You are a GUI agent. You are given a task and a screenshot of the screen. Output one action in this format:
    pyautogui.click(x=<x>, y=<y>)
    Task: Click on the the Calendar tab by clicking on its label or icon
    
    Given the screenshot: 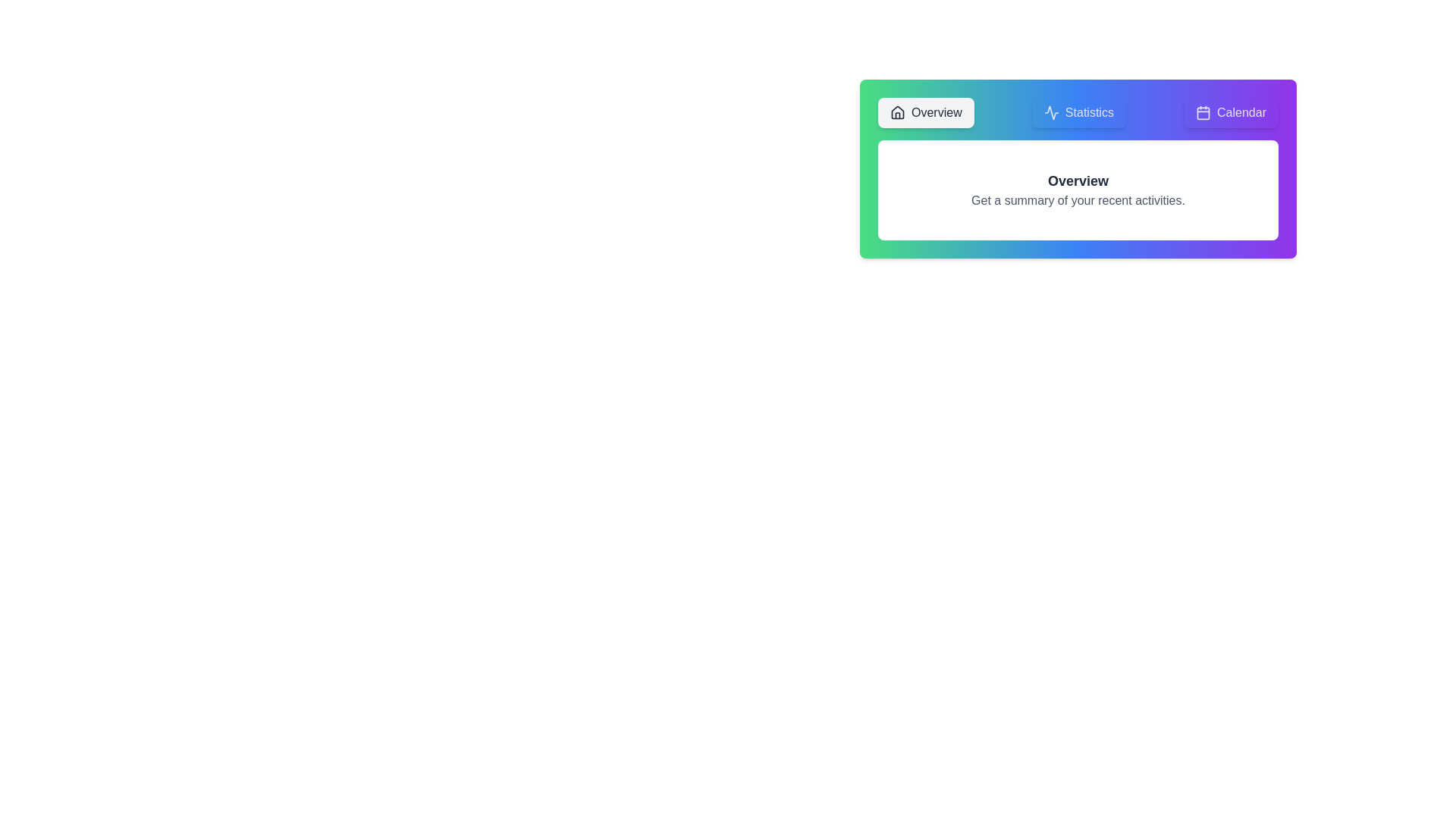 What is the action you would take?
    pyautogui.click(x=1231, y=112)
    